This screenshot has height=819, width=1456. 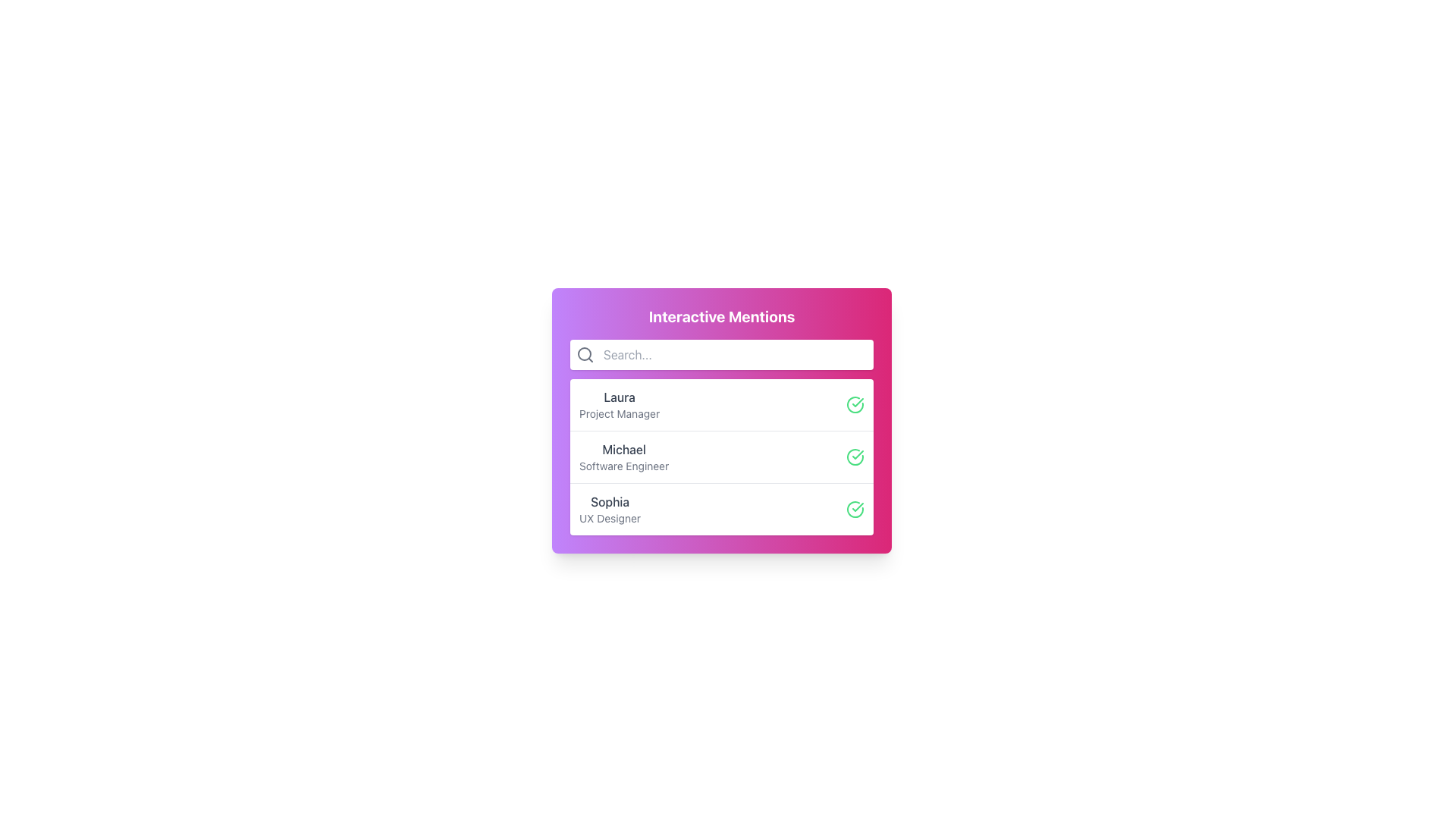 What do you see at coordinates (858, 402) in the screenshot?
I see `the visual representation of the checkmark icon within the circular boundary, indicating approval, located in the third row under 'Sophia, UX Designer.'` at bounding box center [858, 402].